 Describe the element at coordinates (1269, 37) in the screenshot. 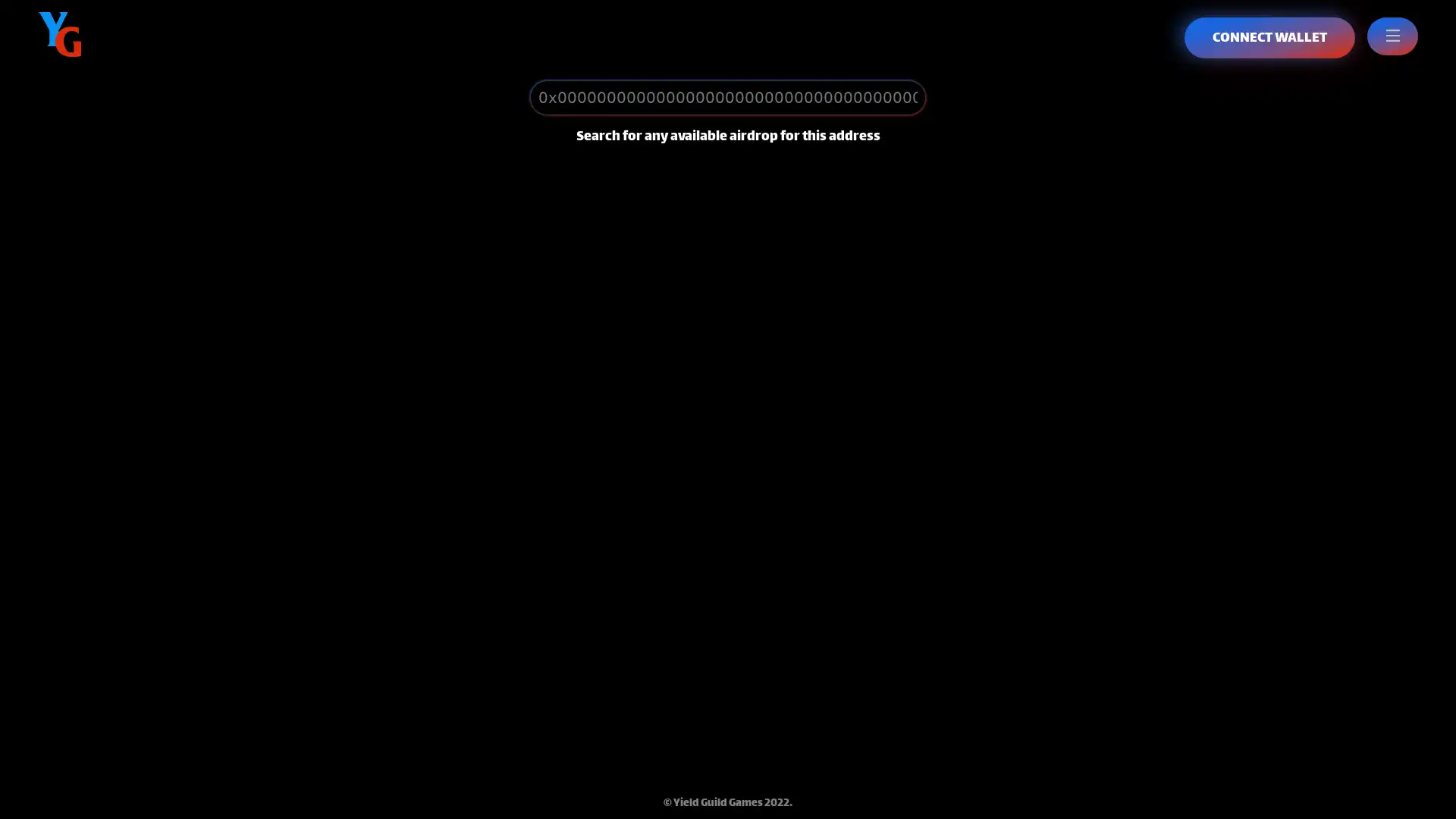

I see `CONNECT WALLET` at that location.